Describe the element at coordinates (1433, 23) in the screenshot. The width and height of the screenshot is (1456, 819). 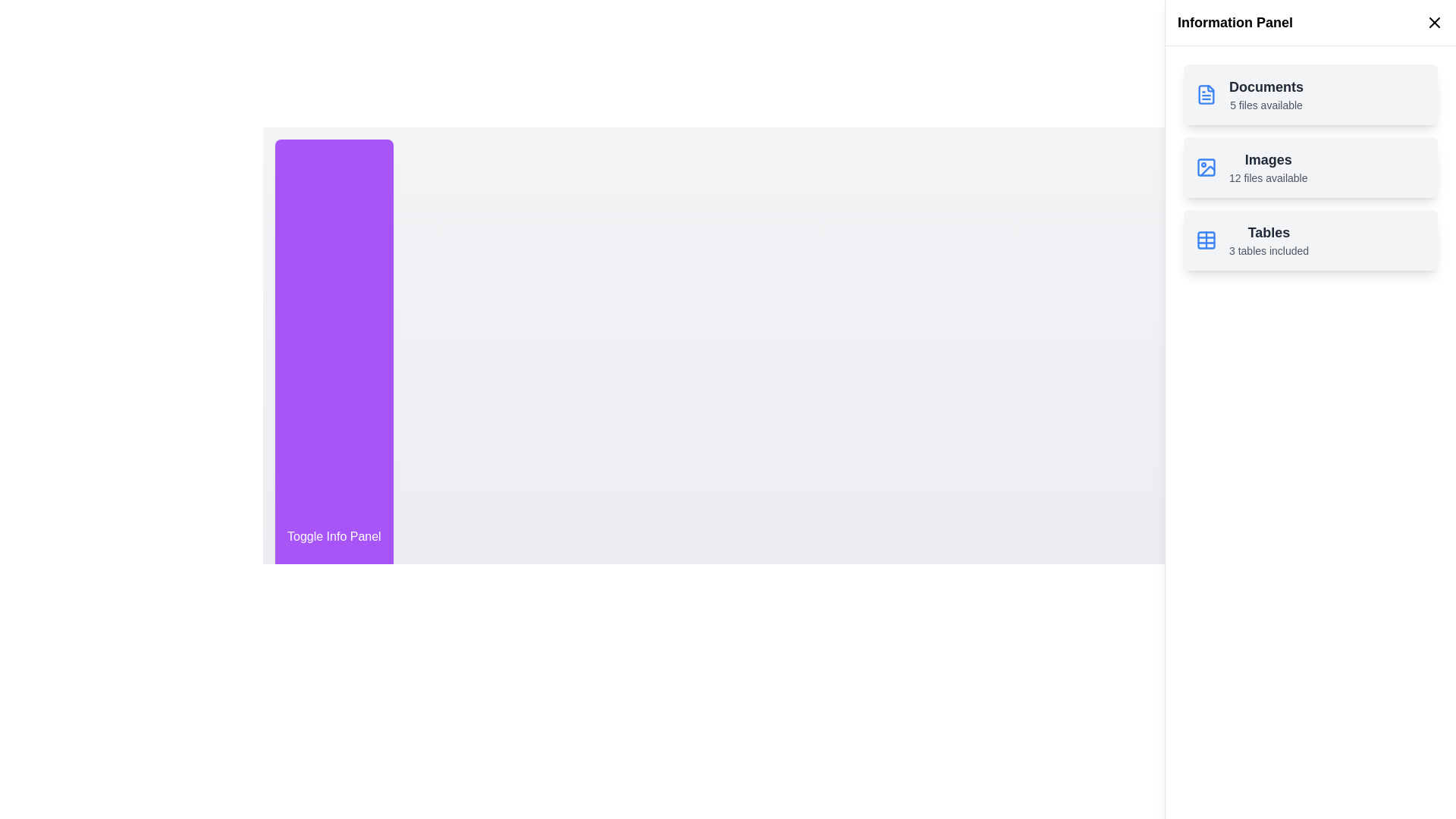
I see `the 'X' button to close the InfoDrawer` at that location.